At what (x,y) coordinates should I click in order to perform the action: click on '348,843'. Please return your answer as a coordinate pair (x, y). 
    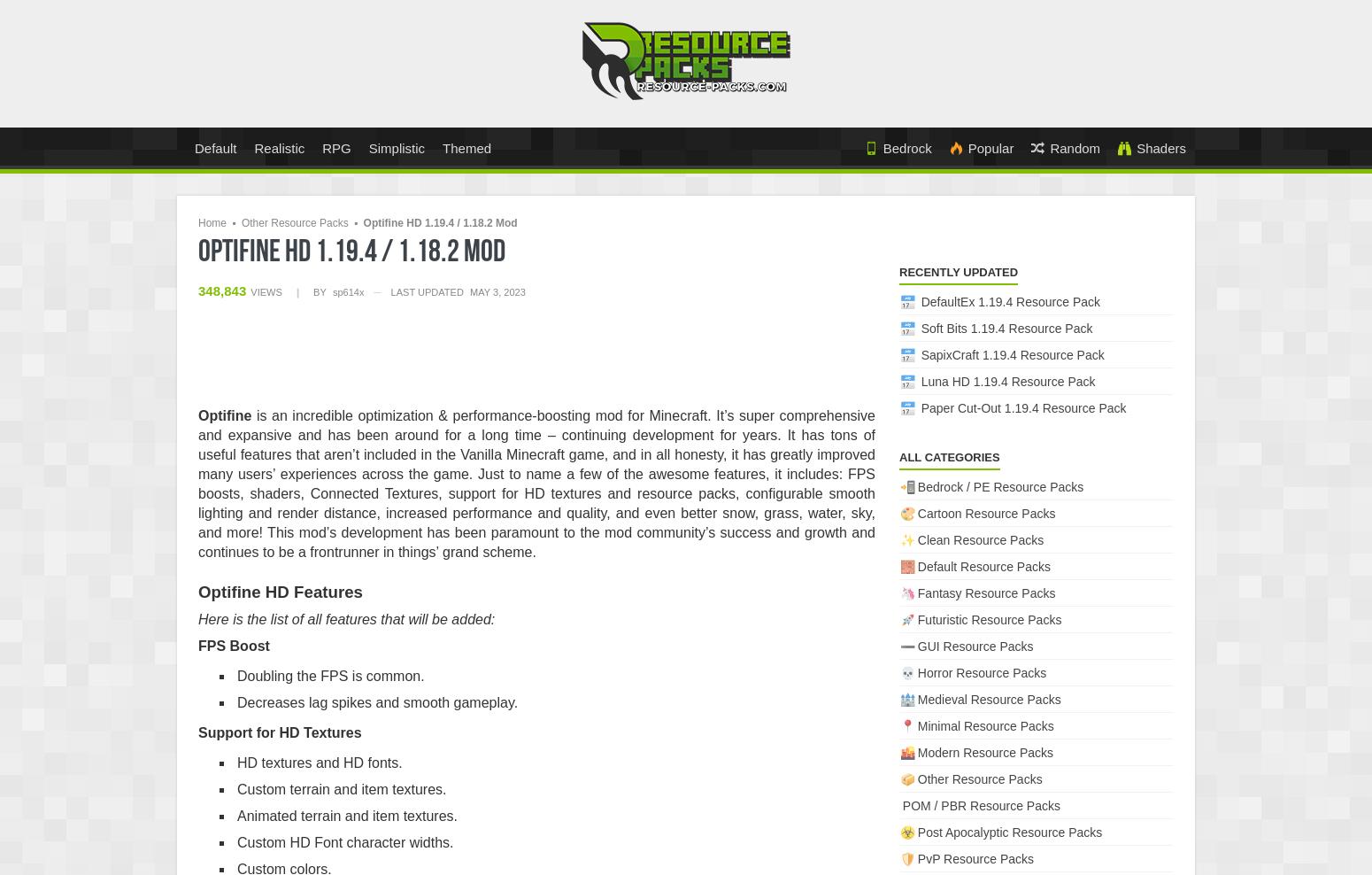
    Looking at the image, I should click on (221, 290).